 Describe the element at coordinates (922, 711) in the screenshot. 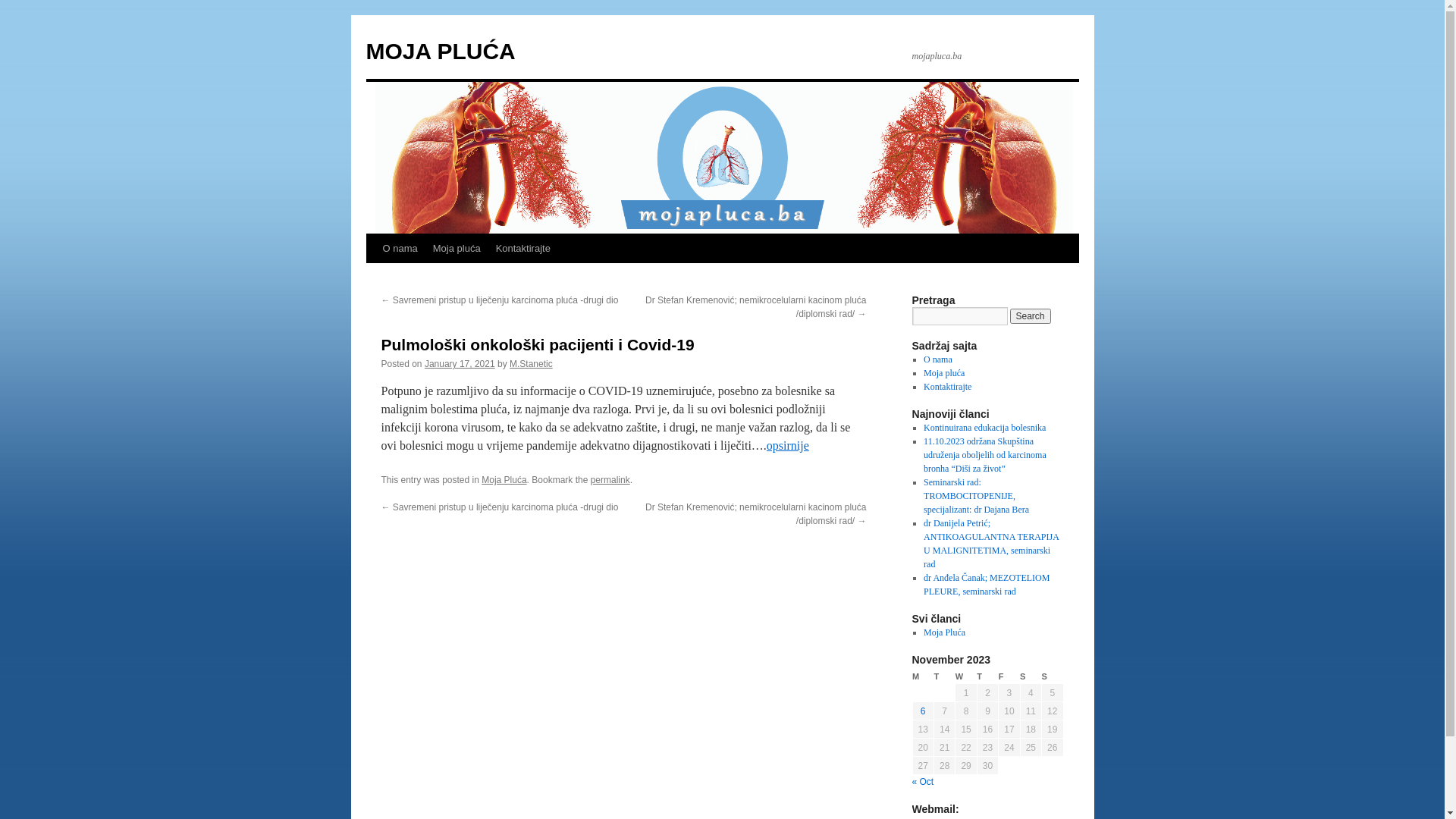

I see `'6'` at that location.